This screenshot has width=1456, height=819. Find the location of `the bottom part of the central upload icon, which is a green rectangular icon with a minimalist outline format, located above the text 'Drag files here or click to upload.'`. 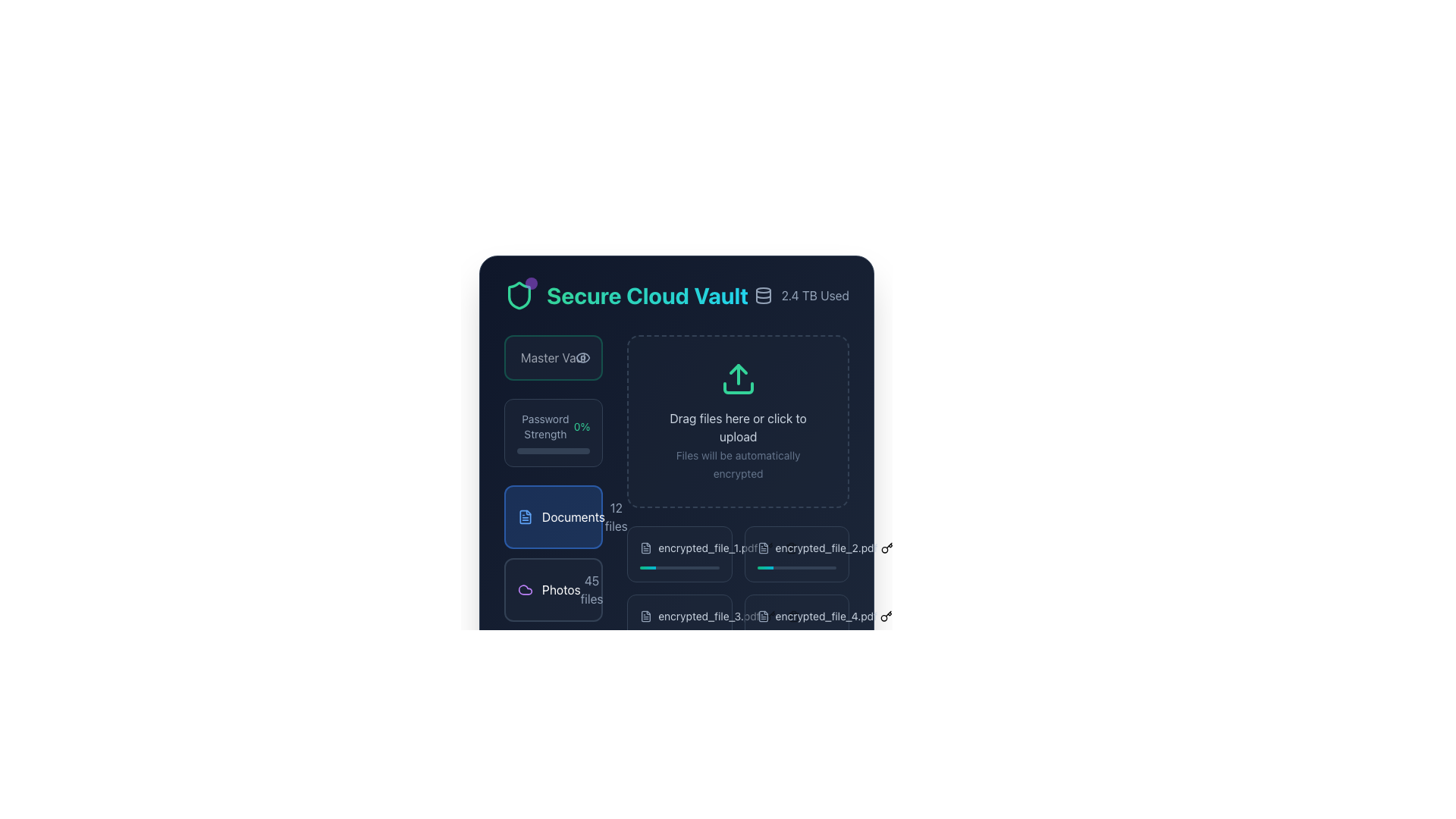

the bottom part of the central upload icon, which is a green rectangular icon with a minimalist outline format, located above the text 'Drag files here or click to upload.' is located at coordinates (738, 388).